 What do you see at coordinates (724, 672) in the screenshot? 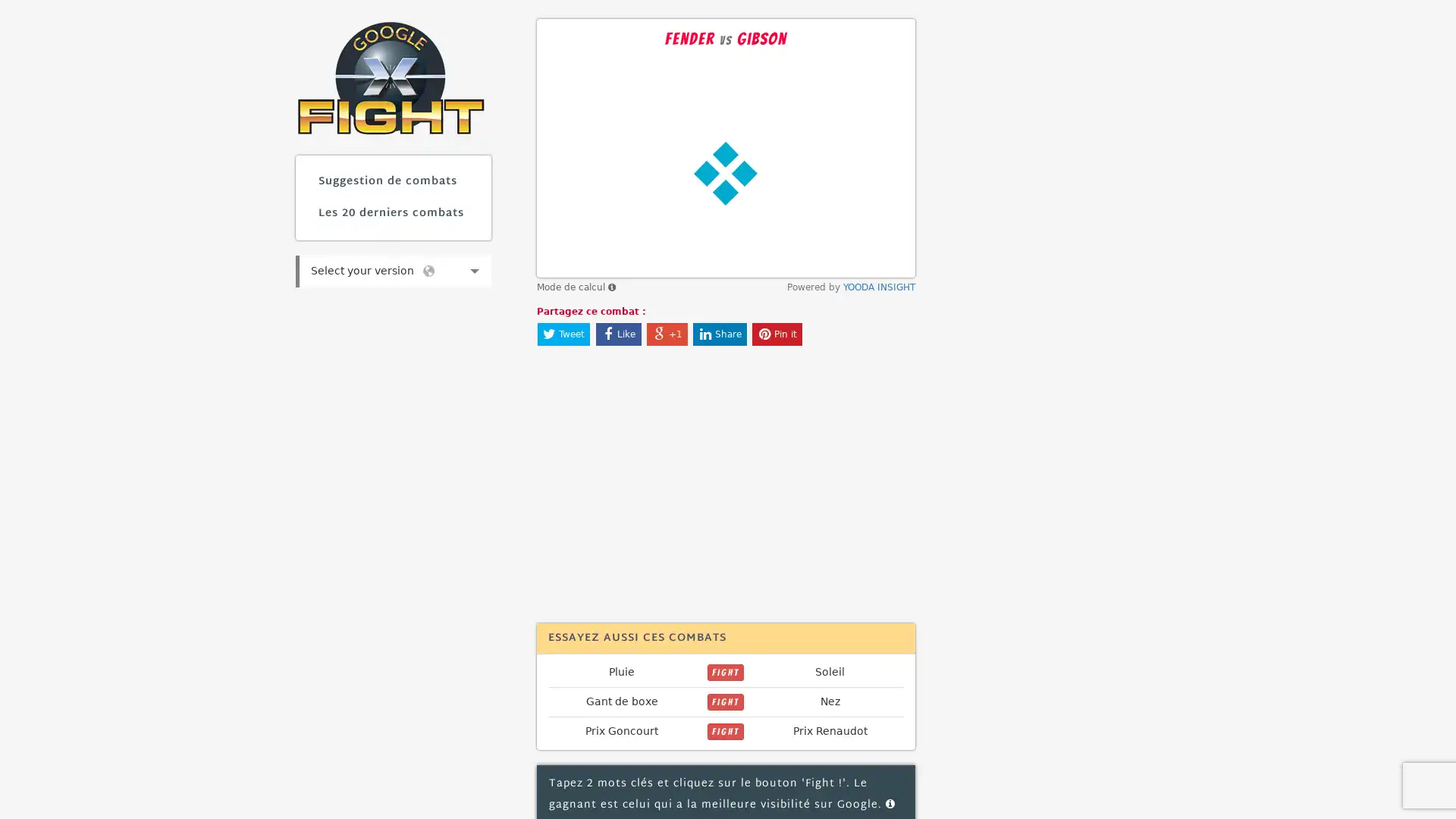
I see `FIGHT` at bounding box center [724, 672].